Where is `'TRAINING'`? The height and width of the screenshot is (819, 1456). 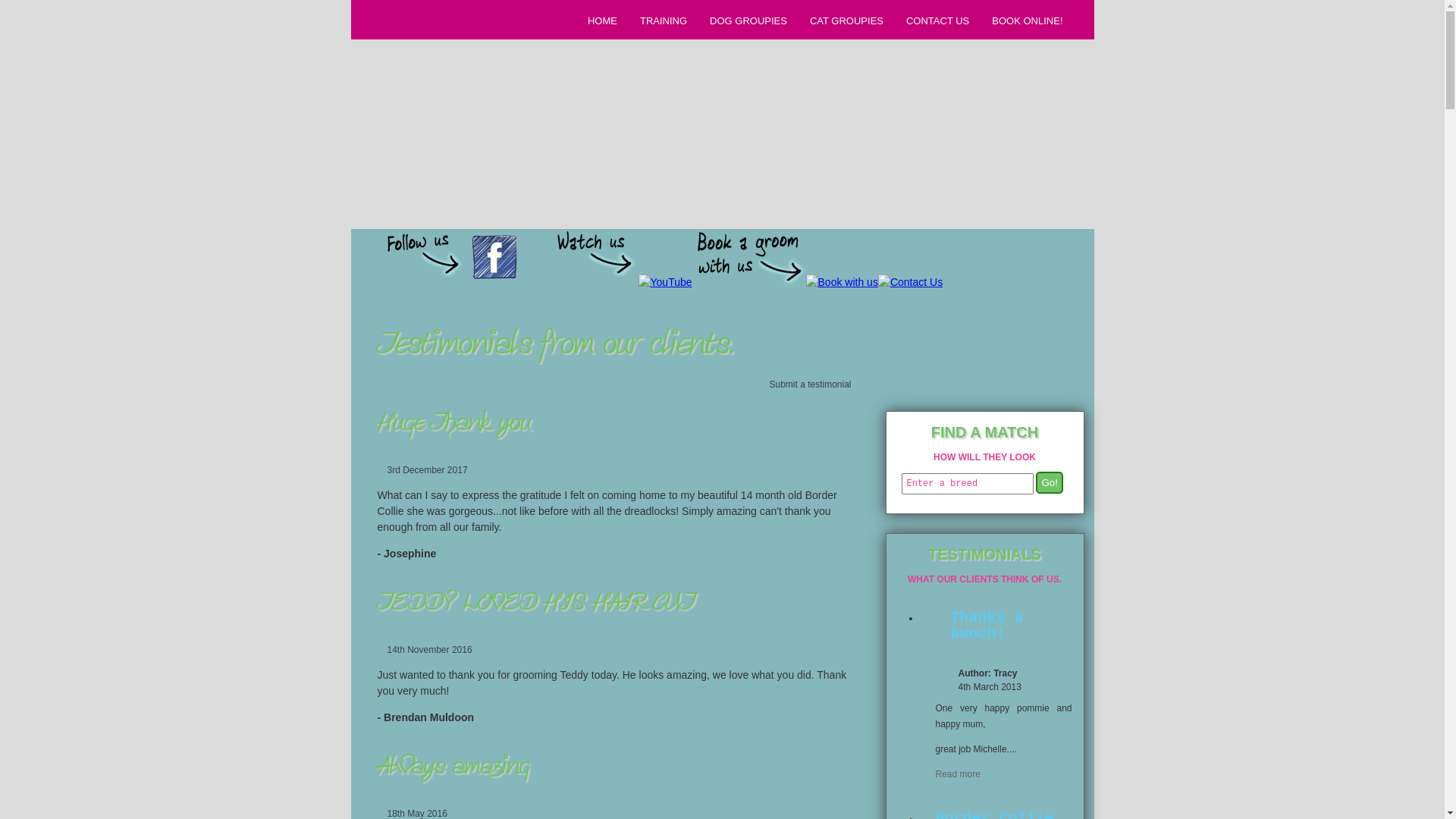
'TRAINING' is located at coordinates (661, 20).